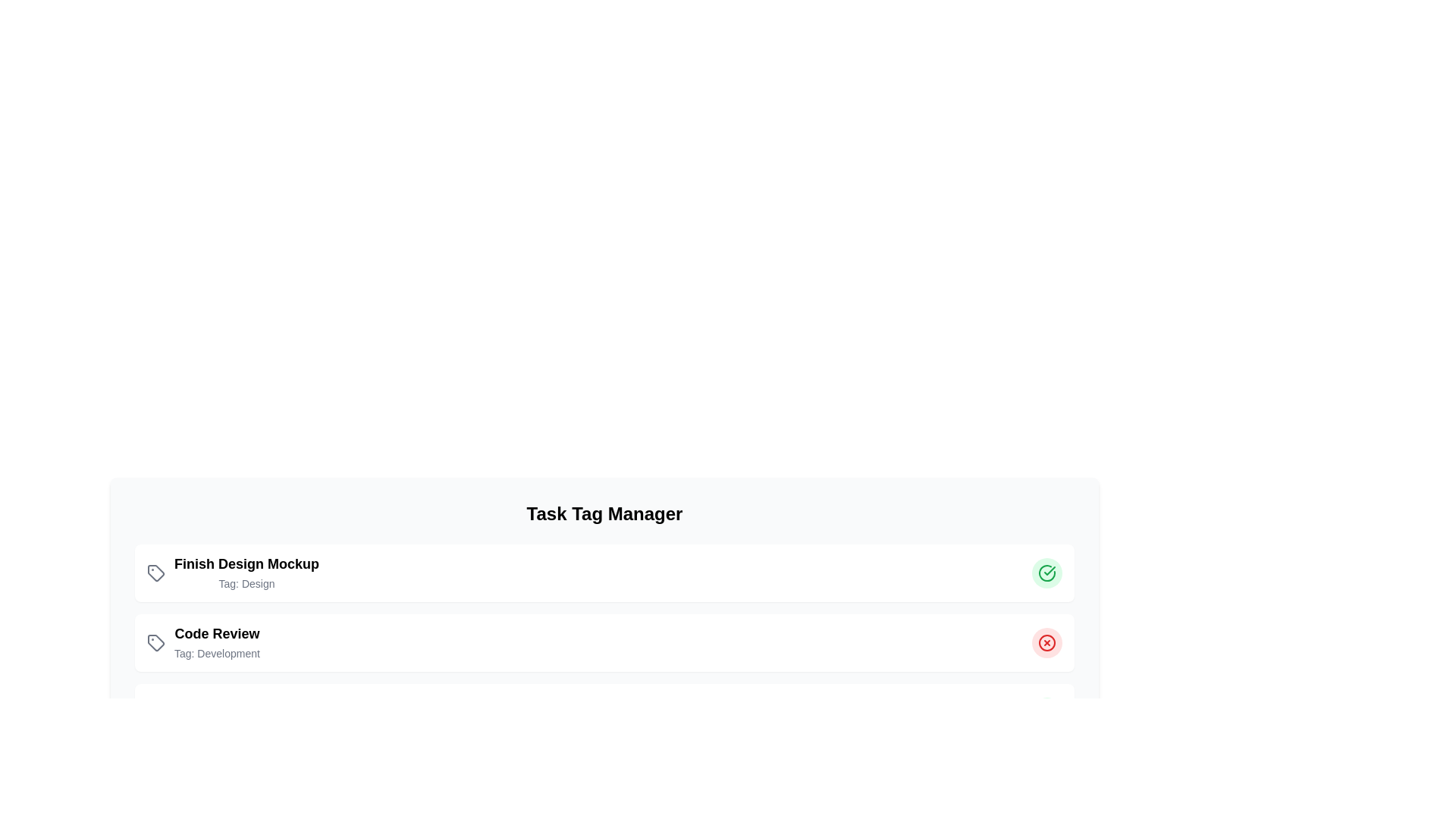 Image resolution: width=1456 pixels, height=819 pixels. Describe the element at coordinates (1046, 573) in the screenshot. I see `the small circular icon button with a light green background and a green checkmark symbol, located at the far right of the first row displaying 'Finish Design Mockup' and 'Tag: Design'` at that location.